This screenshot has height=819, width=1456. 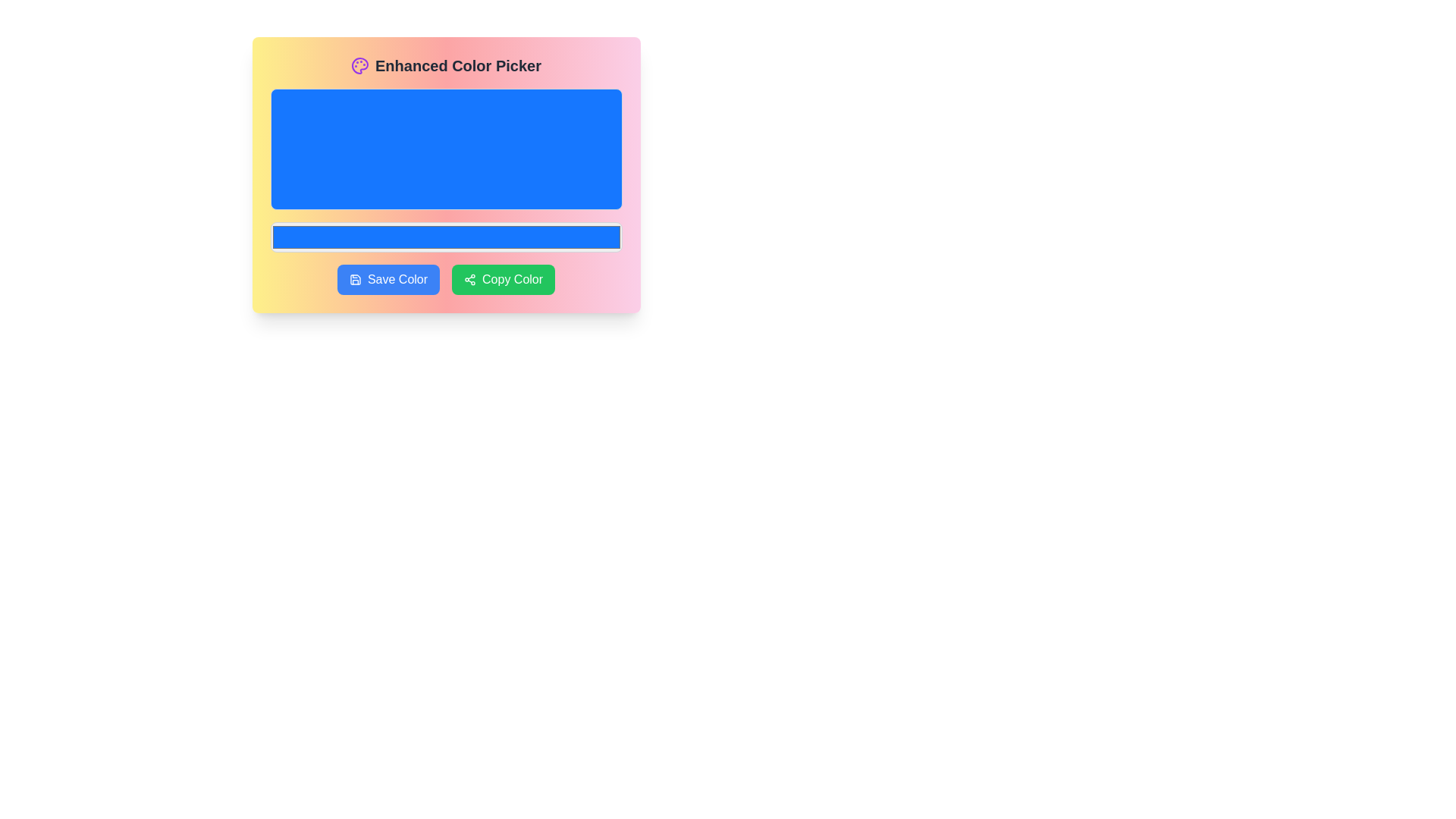 I want to click on the decorative palette icon that symbolizes the color theme of the application, positioned to the left of the title 'Enhanced Color Picker', so click(x=359, y=65).